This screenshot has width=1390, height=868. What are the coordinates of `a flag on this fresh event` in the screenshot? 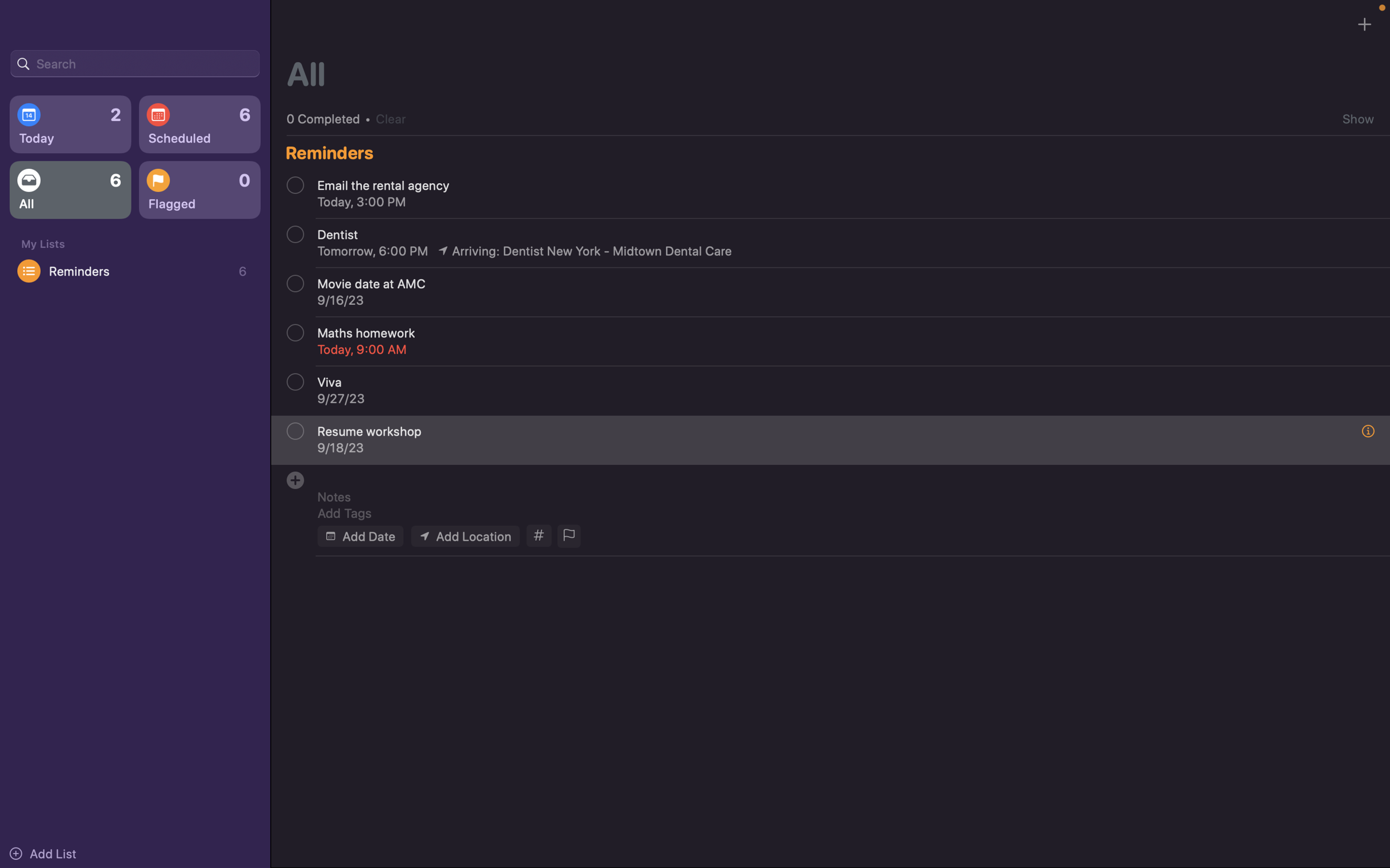 It's located at (567, 536).